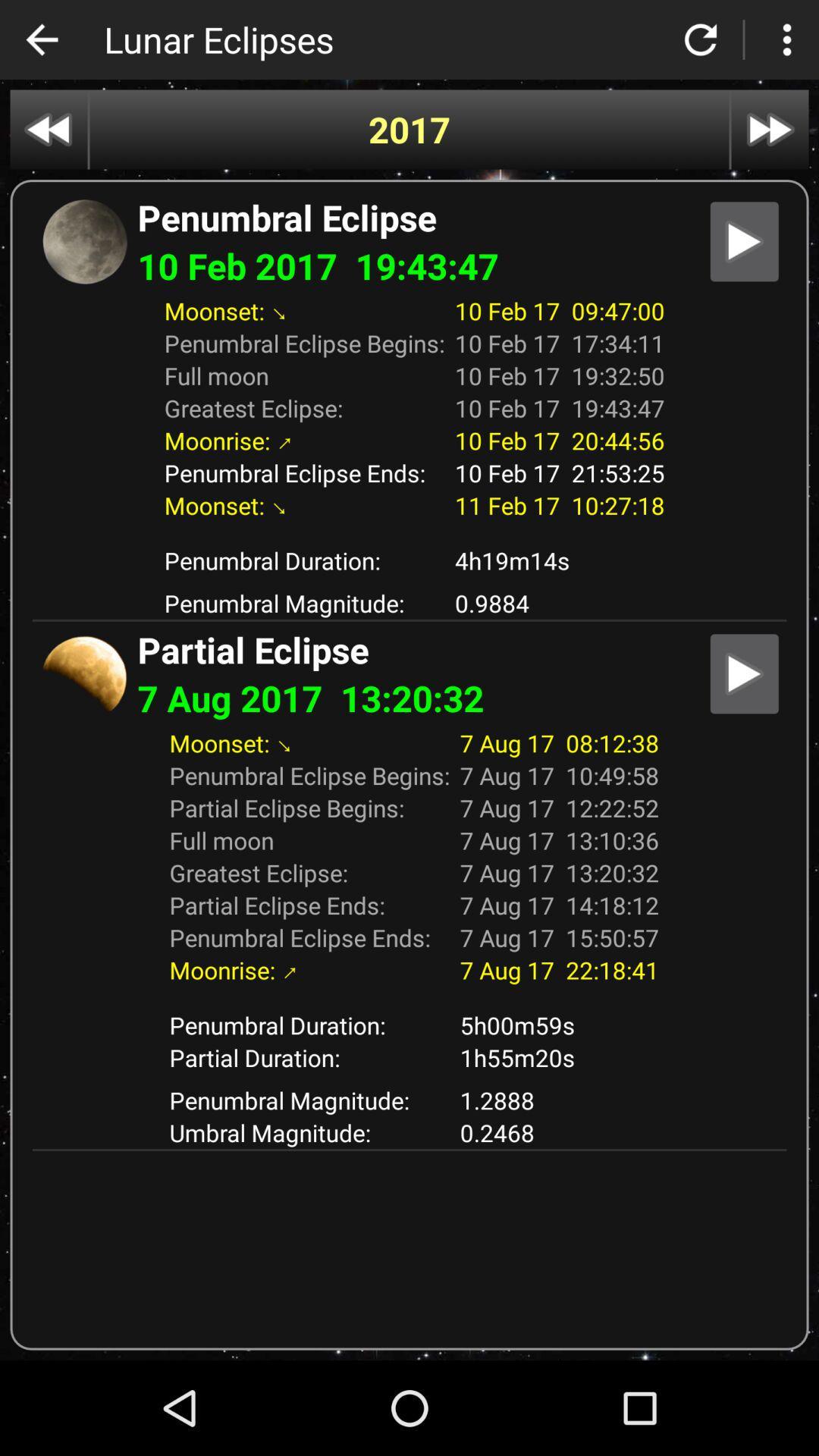  I want to click on the av_rewind icon, so click(48, 130).